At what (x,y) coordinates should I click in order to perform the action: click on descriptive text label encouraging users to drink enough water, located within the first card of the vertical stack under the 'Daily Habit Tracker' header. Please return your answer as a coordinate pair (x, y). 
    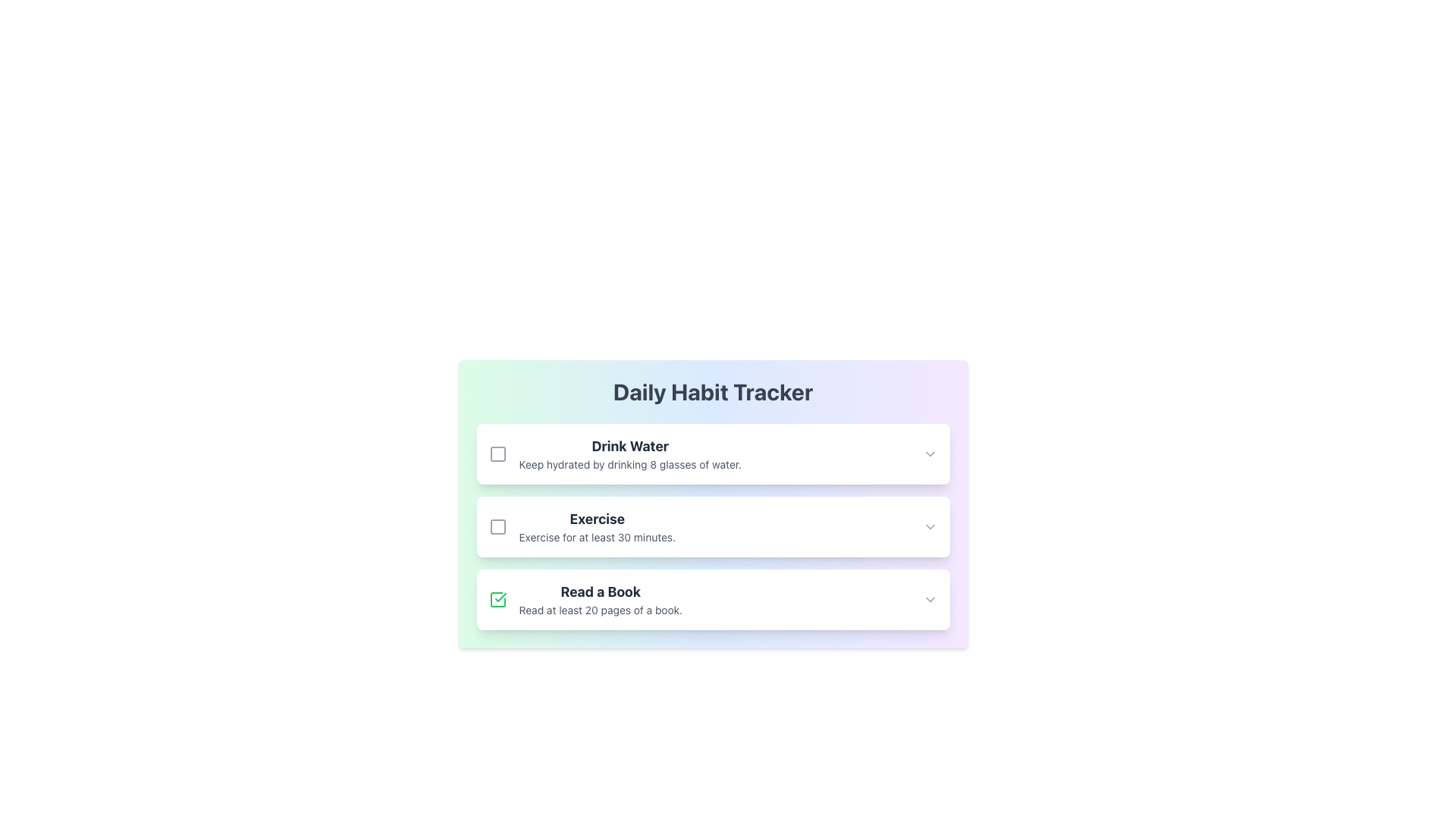
    Looking at the image, I should click on (630, 453).